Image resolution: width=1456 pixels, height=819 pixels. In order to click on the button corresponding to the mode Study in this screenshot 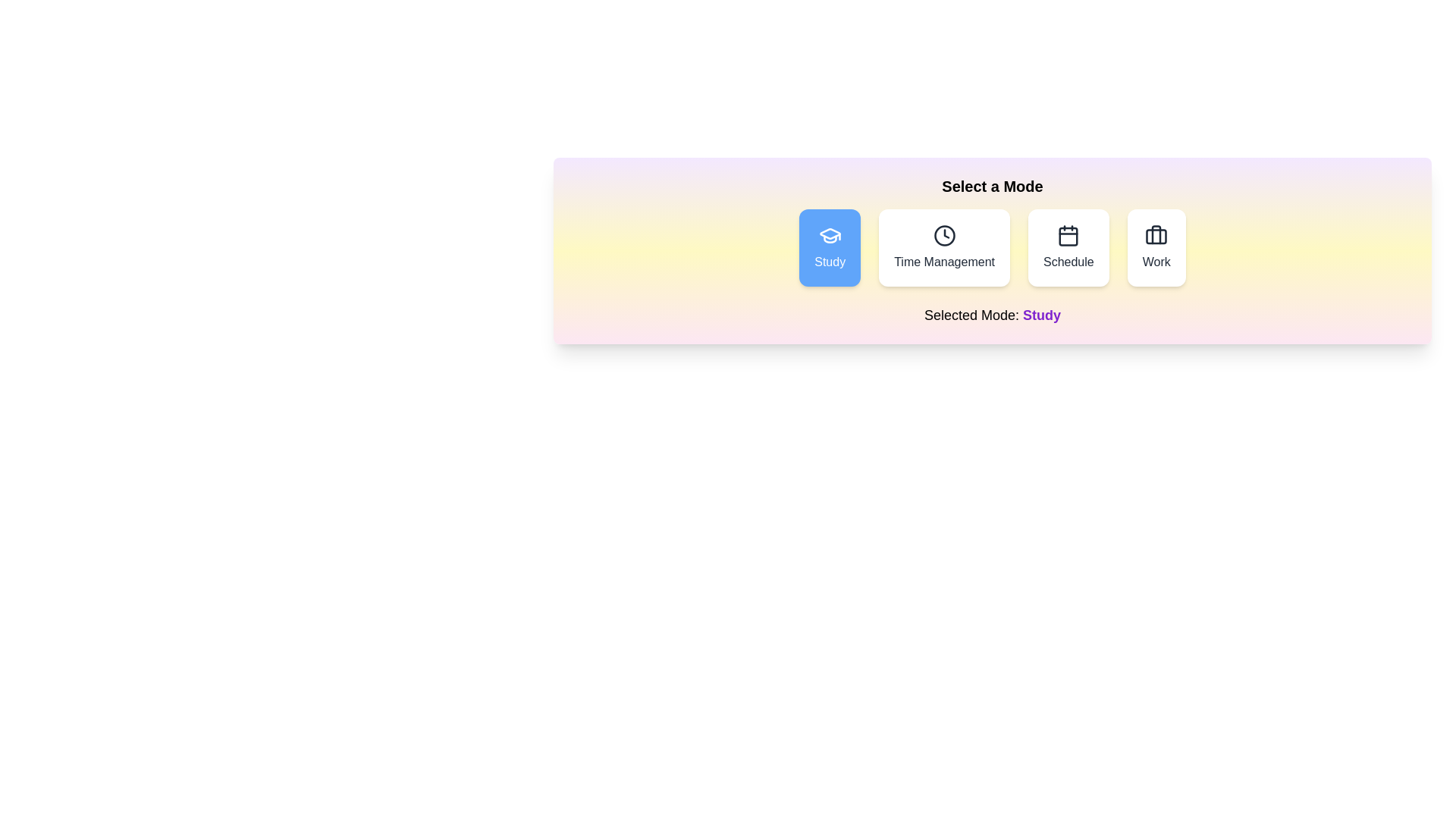, I will do `click(829, 247)`.